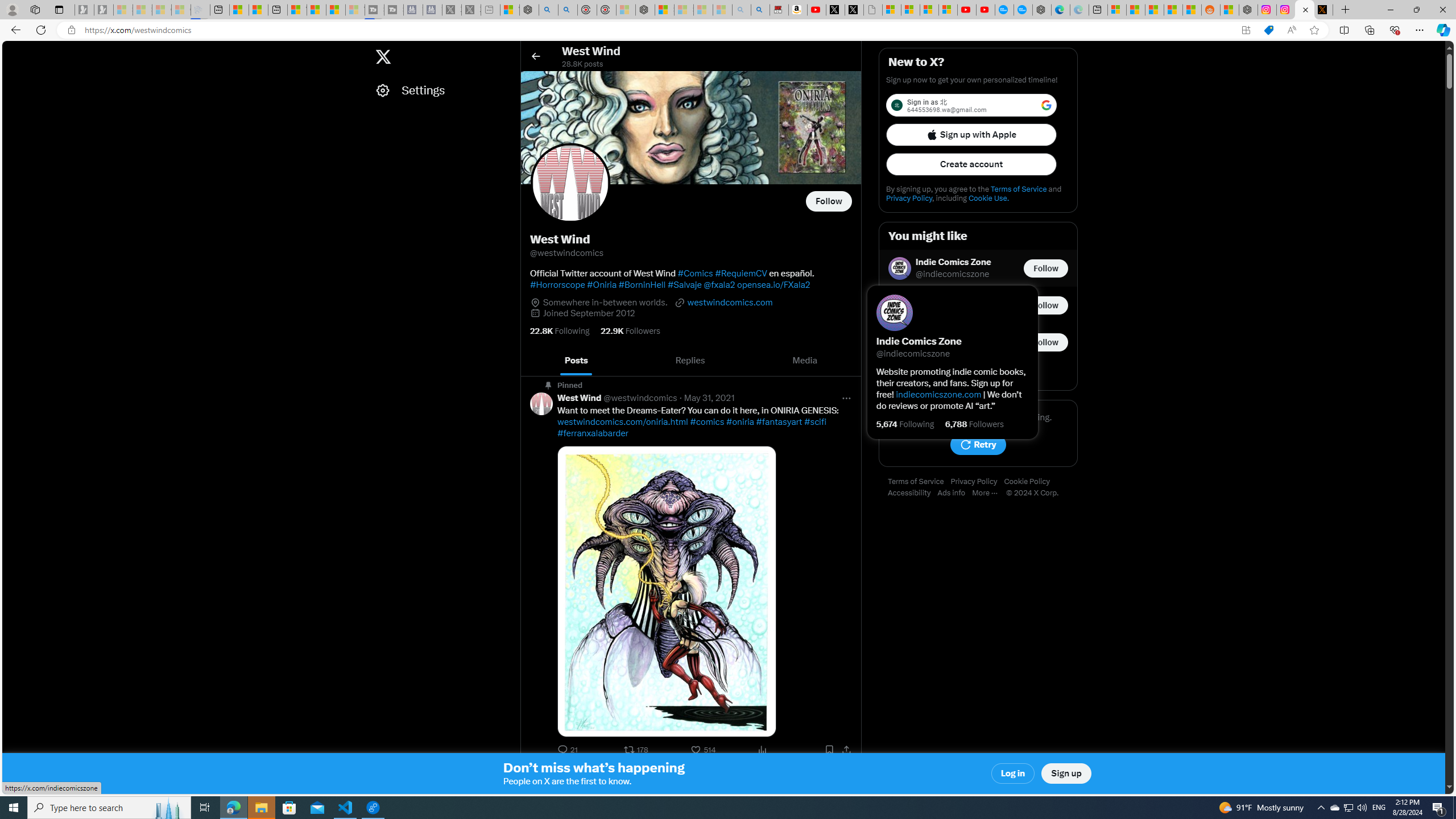 The image size is (1456, 819). I want to click on 'Retry', so click(978, 444).